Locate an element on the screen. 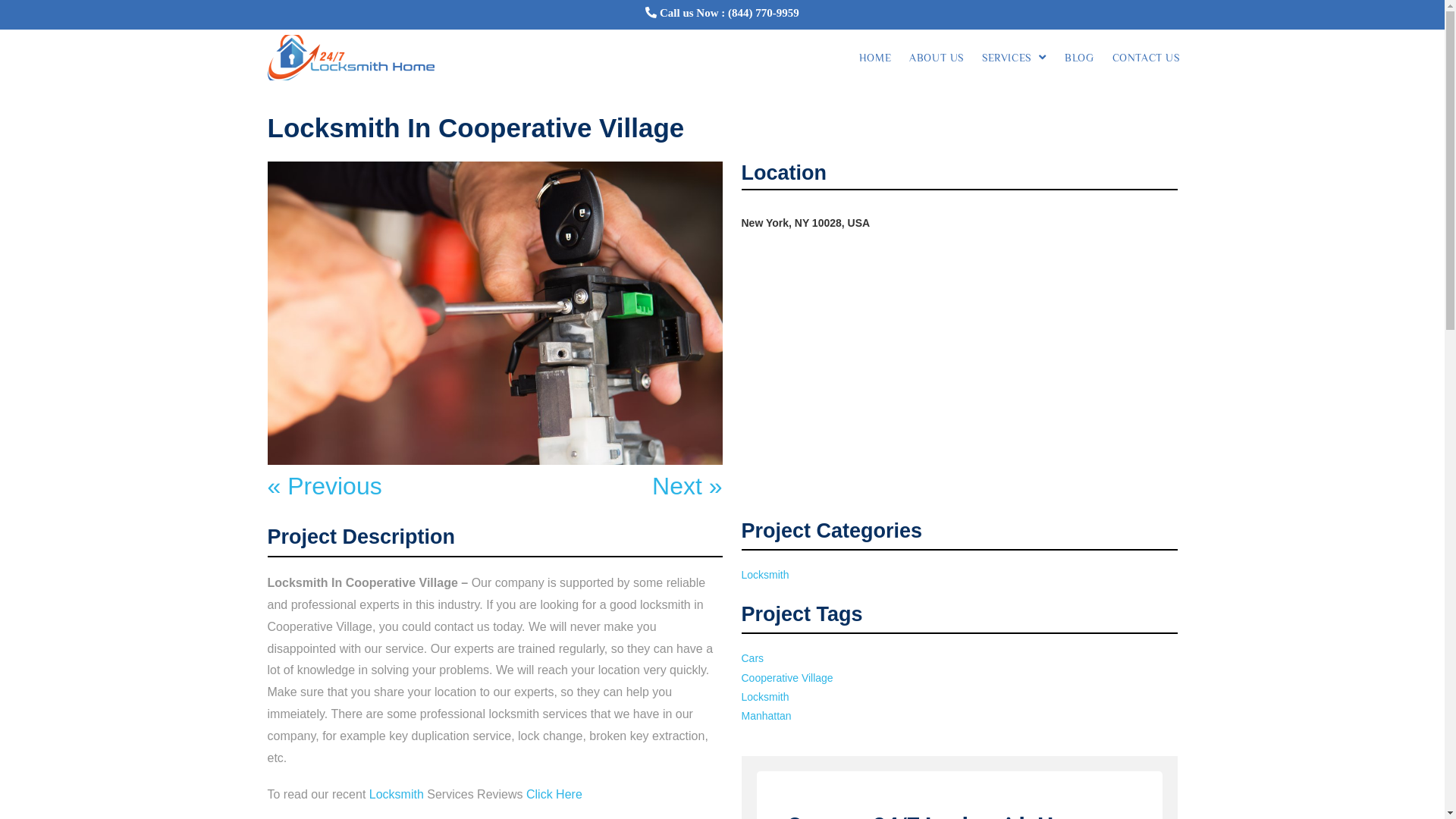 The image size is (1456, 819). 'ABOUT US' is located at coordinates (935, 57).